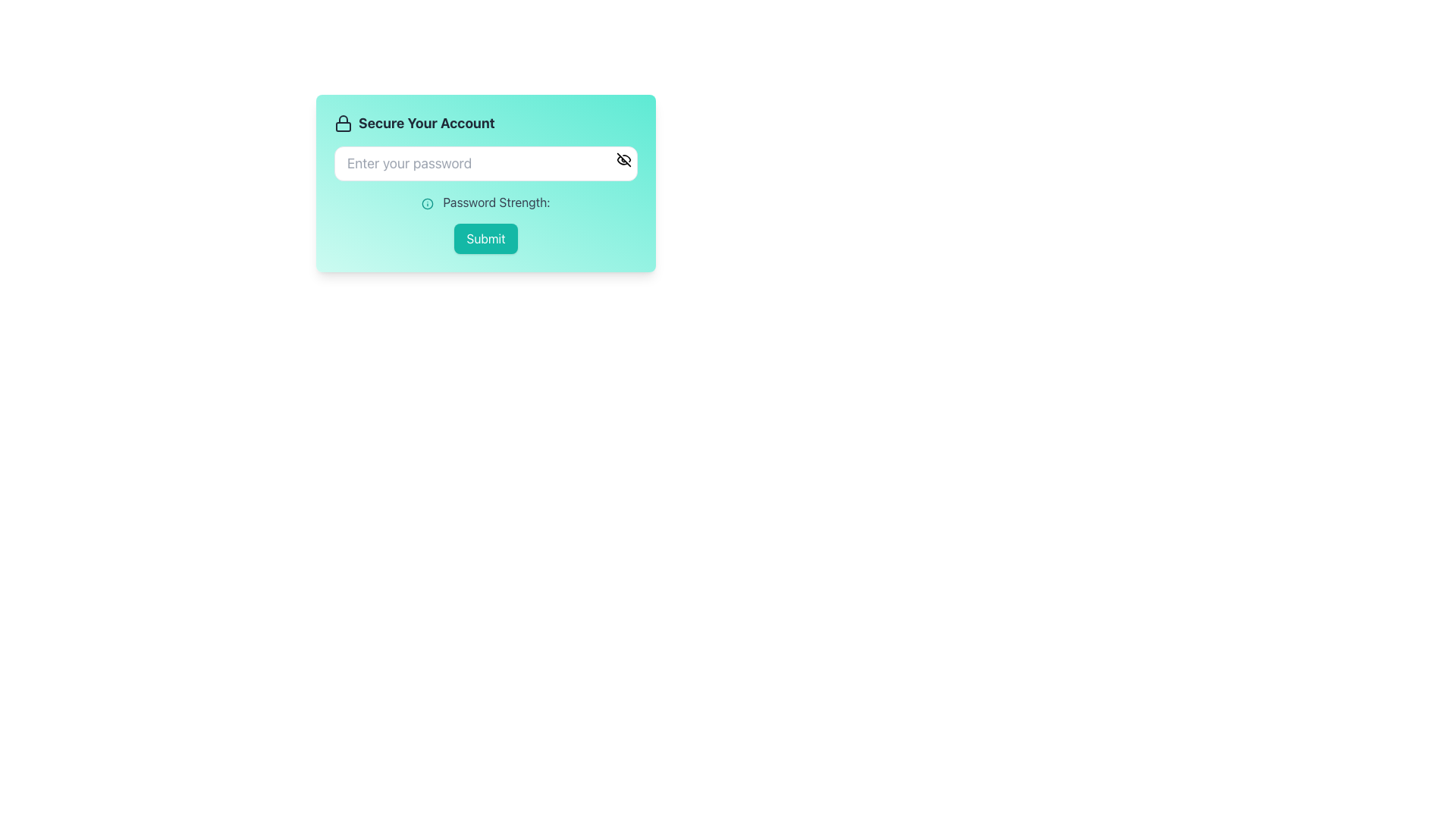 The height and width of the screenshot is (819, 1456). What do you see at coordinates (485, 239) in the screenshot?
I see `the 'Submit' button, which has a teal background and white text, to change its background color` at bounding box center [485, 239].